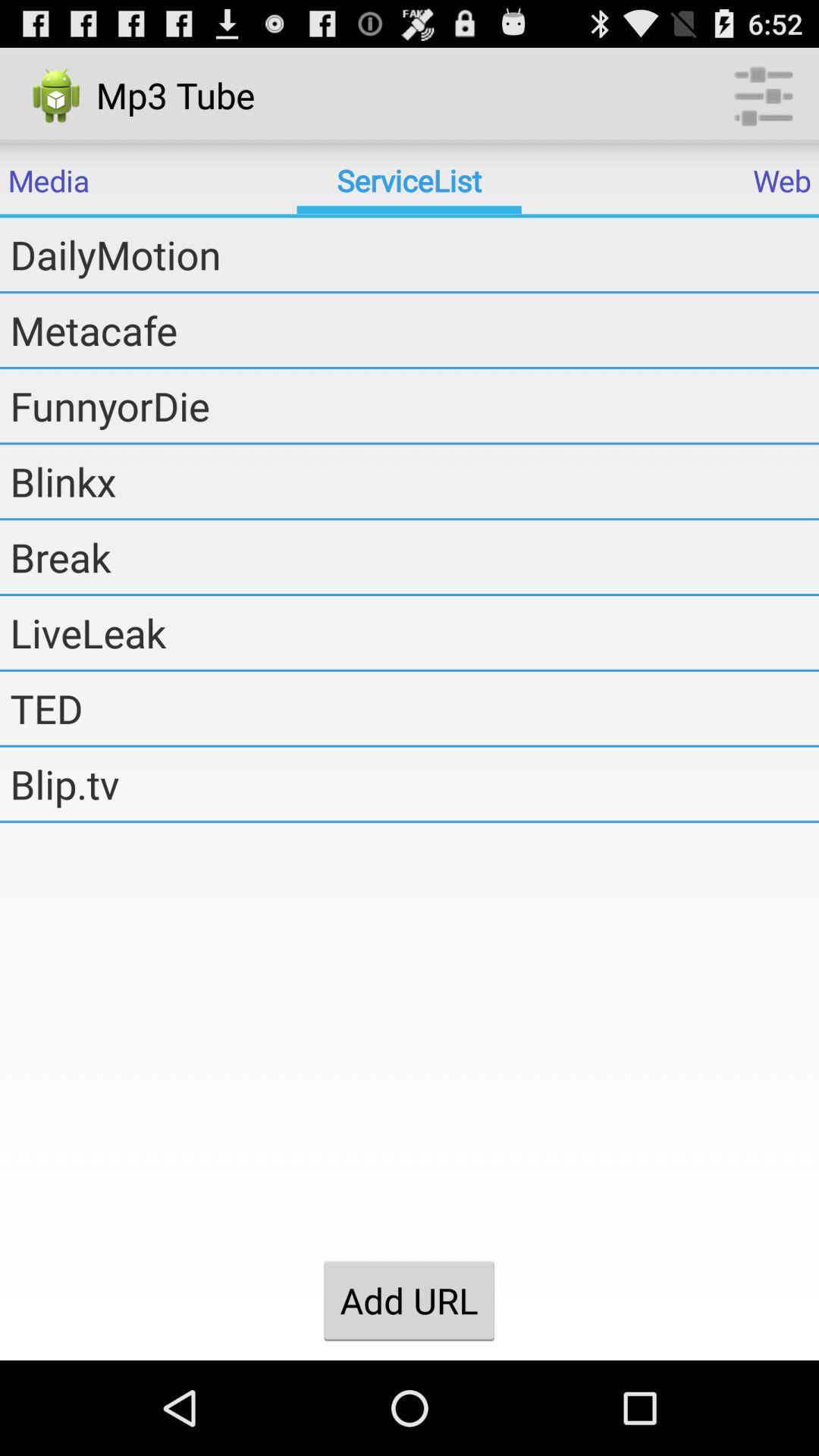 The image size is (819, 1456). What do you see at coordinates (763, 94) in the screenshot?
I see `the icon next to mp3 tube icon` at bounding box center [763, 94].